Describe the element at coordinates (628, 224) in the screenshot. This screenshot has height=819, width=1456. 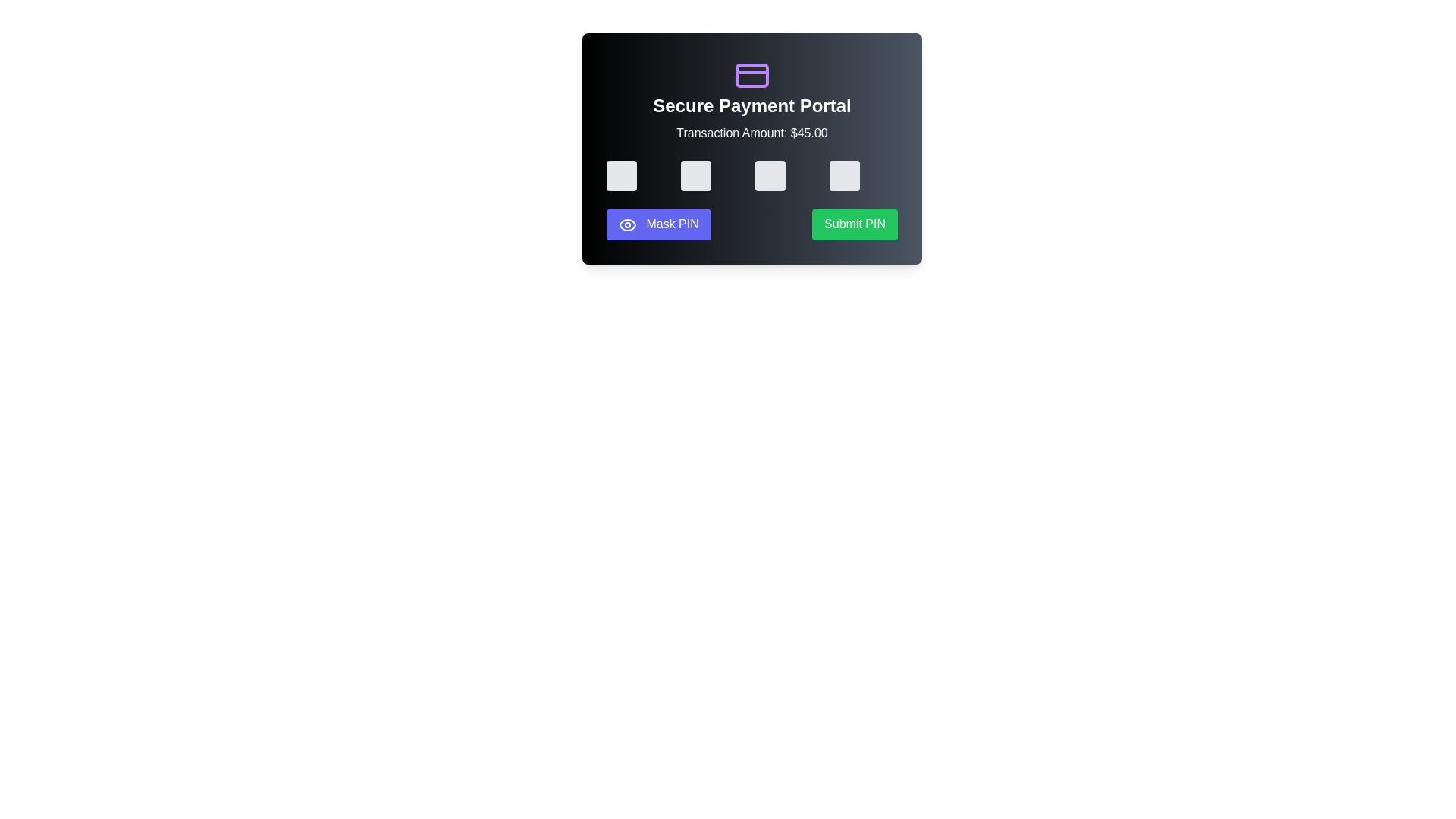
I see `the icon located to the left of the 'Mask PIN' button` at that location.